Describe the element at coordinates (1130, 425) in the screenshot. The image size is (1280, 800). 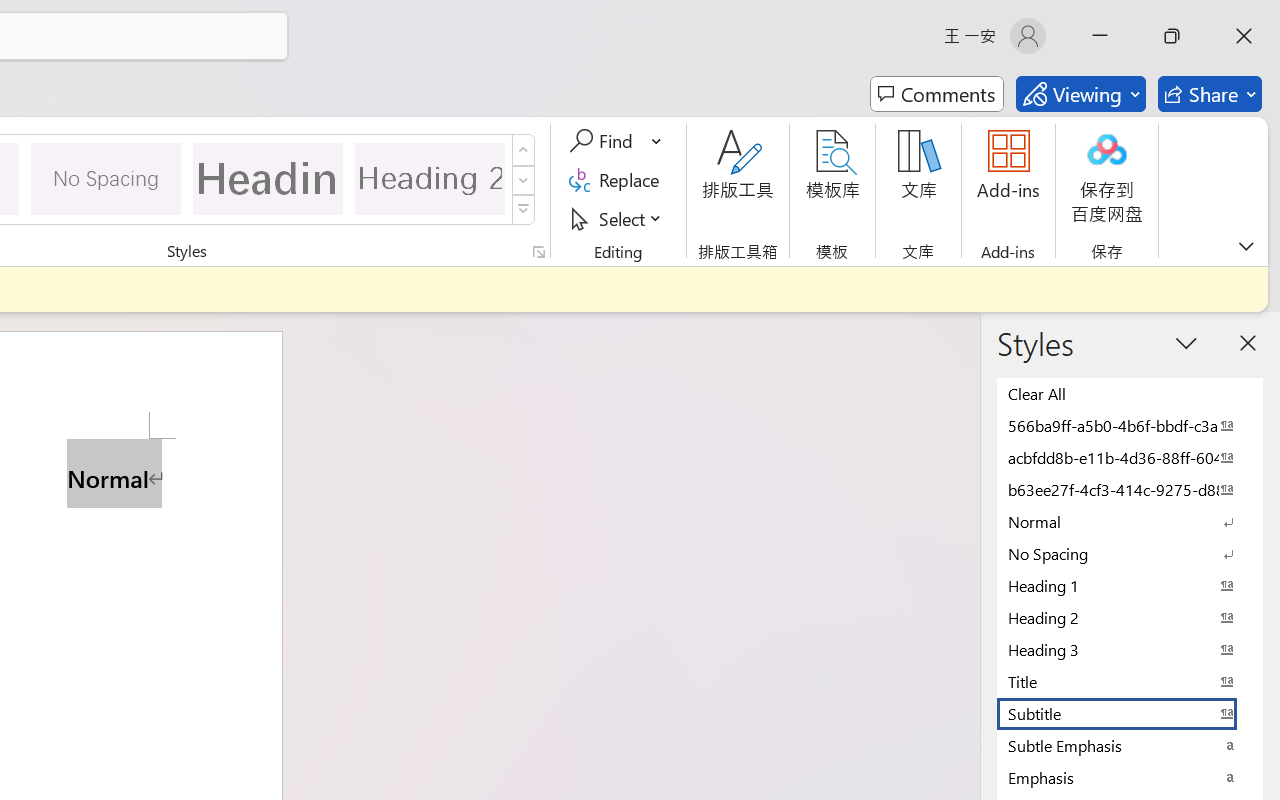
I see `'566ba9ff-a5b0-4b6f-bbdf-c3ab41993fc2'` at that location.